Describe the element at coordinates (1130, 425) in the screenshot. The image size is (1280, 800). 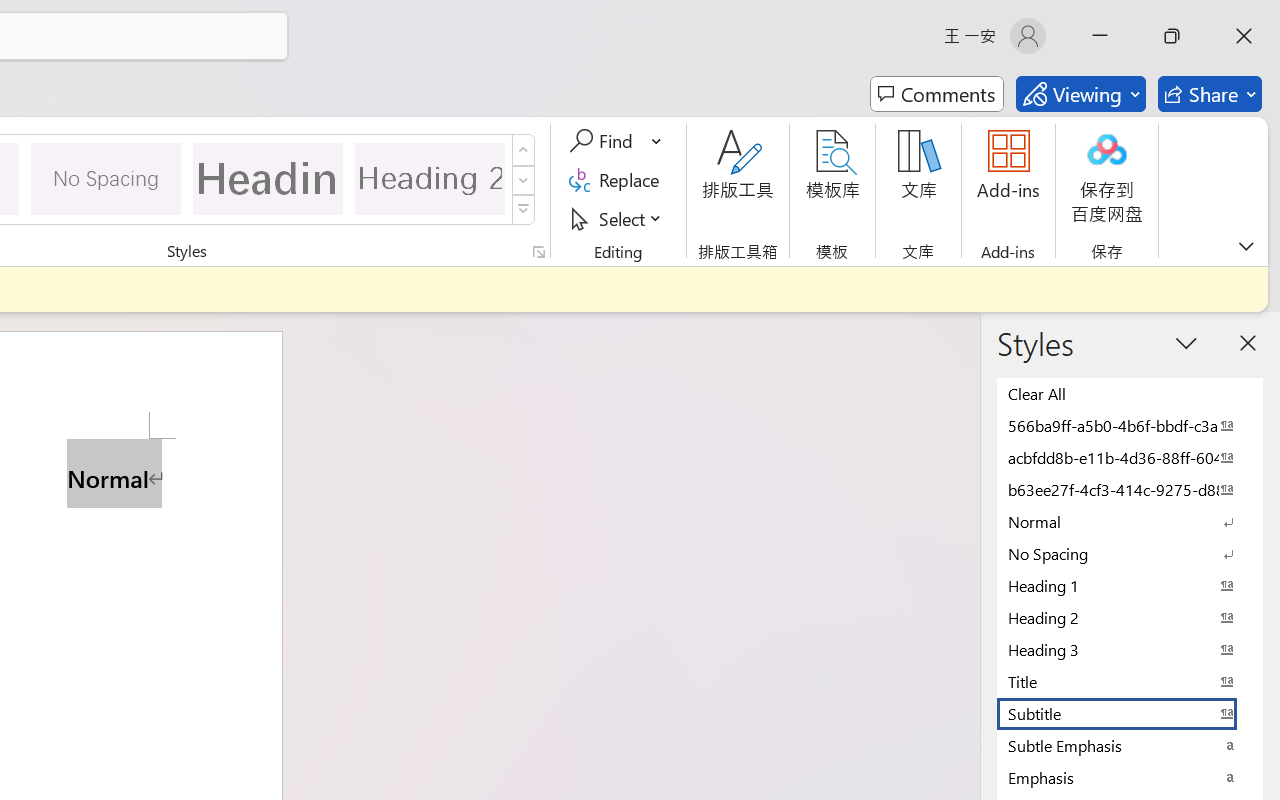
I see `'566ba9ff-a5b0-4b6f-bbdf-c3ab41993fc2'` at that location.